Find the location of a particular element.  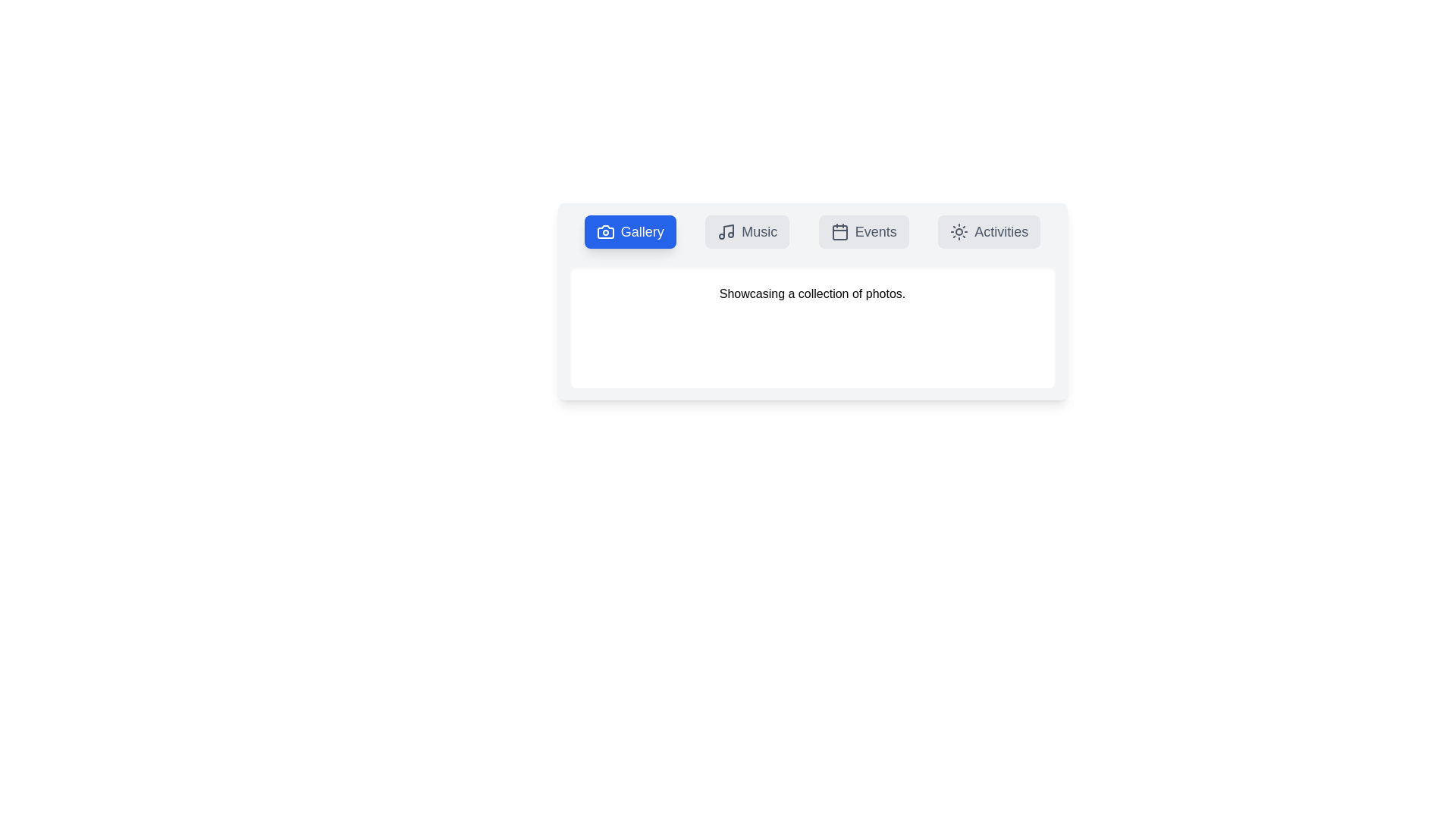

the tab labeled Activities is located at coordinates (990, 231).